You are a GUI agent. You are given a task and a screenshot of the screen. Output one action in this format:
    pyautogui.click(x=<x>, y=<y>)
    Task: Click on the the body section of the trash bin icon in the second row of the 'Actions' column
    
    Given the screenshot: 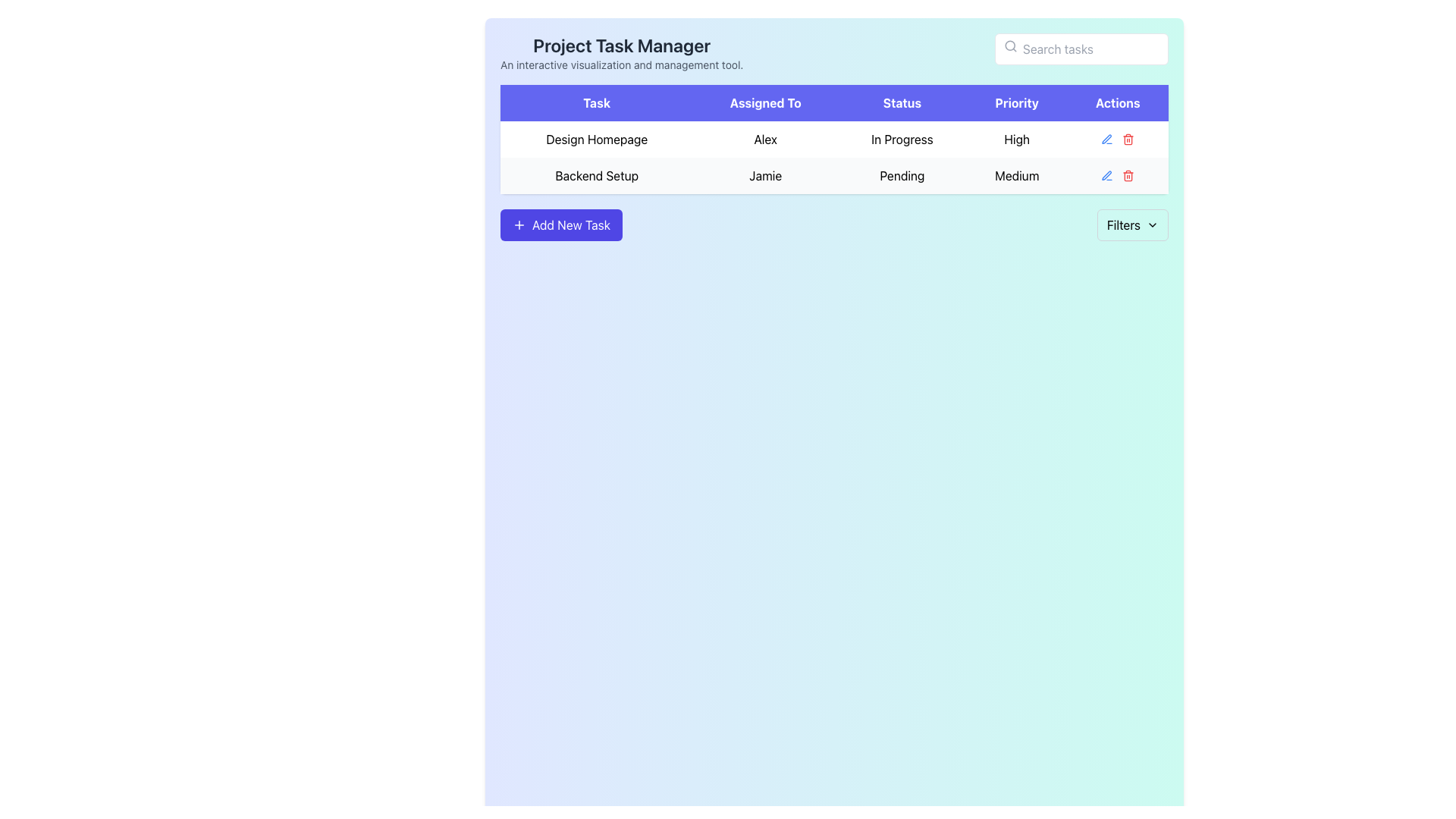 What is the action you would take?
    pyautogui.click(x=1128, y=140)
    